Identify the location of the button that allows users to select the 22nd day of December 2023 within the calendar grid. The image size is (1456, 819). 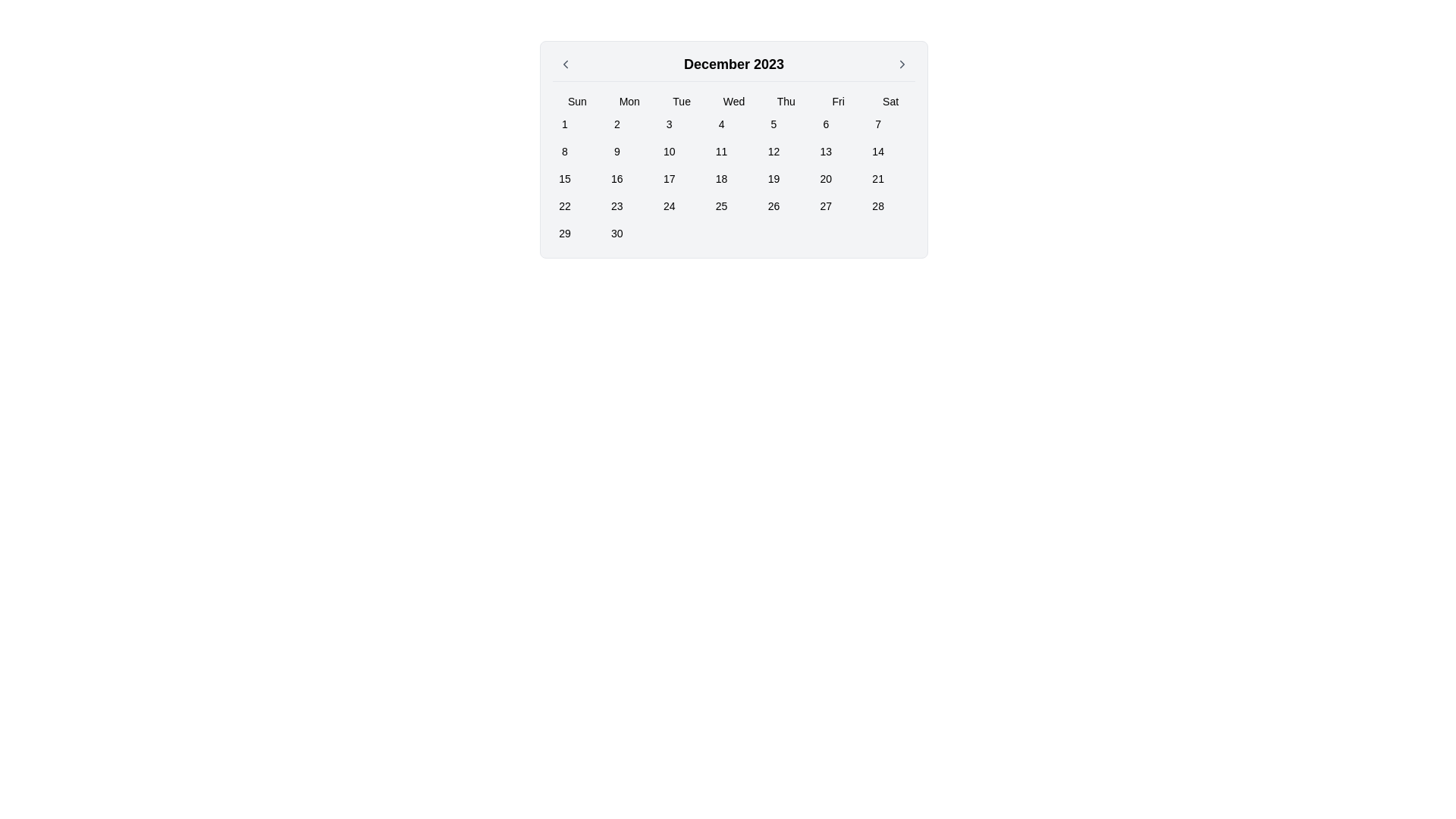
(563, 206).